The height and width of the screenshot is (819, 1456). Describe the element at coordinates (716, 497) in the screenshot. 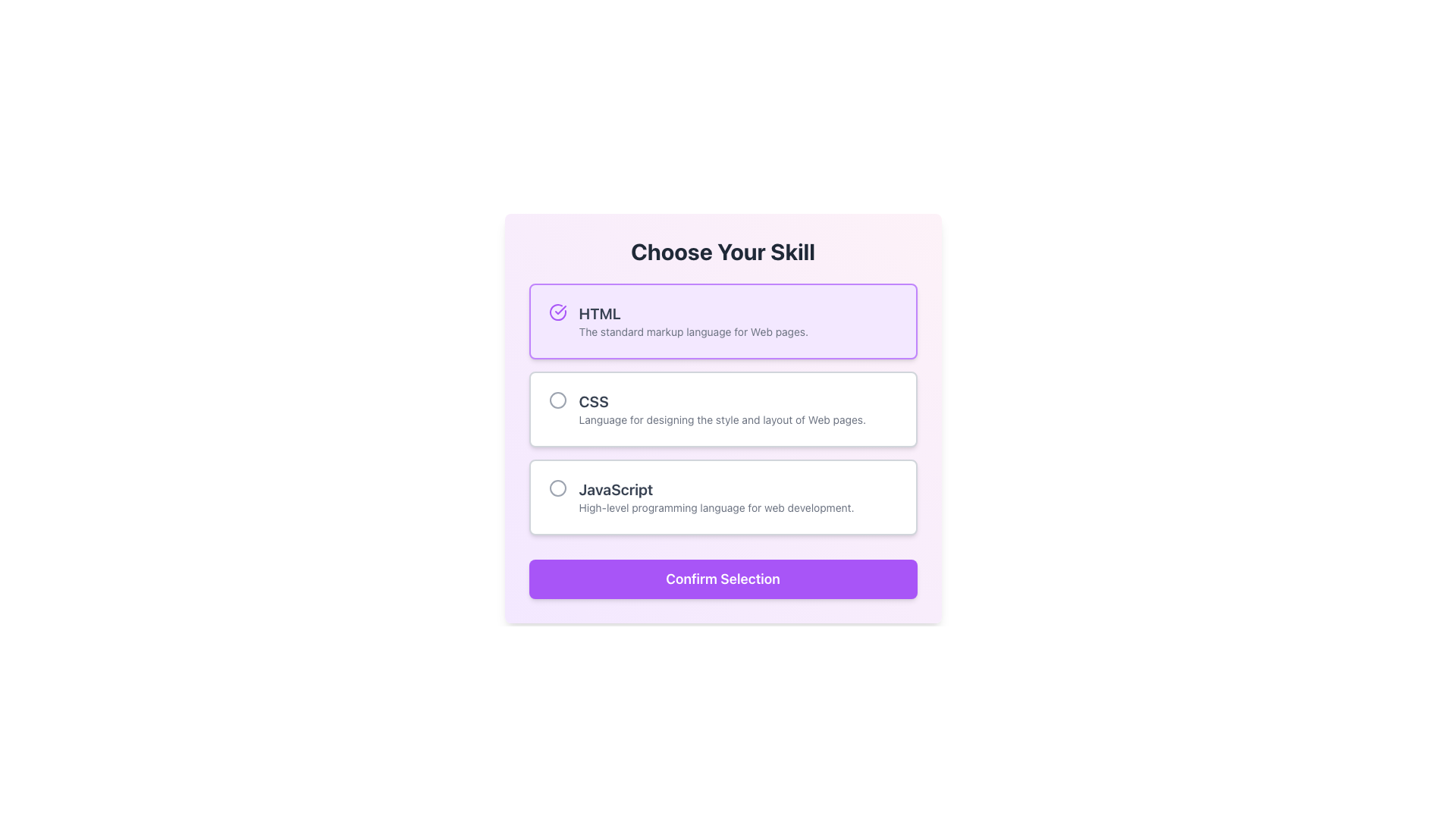

I see `description of the 'JavaScript' text element, which includes a bold title and a subtitle within a rounded rectangular card` at that location.